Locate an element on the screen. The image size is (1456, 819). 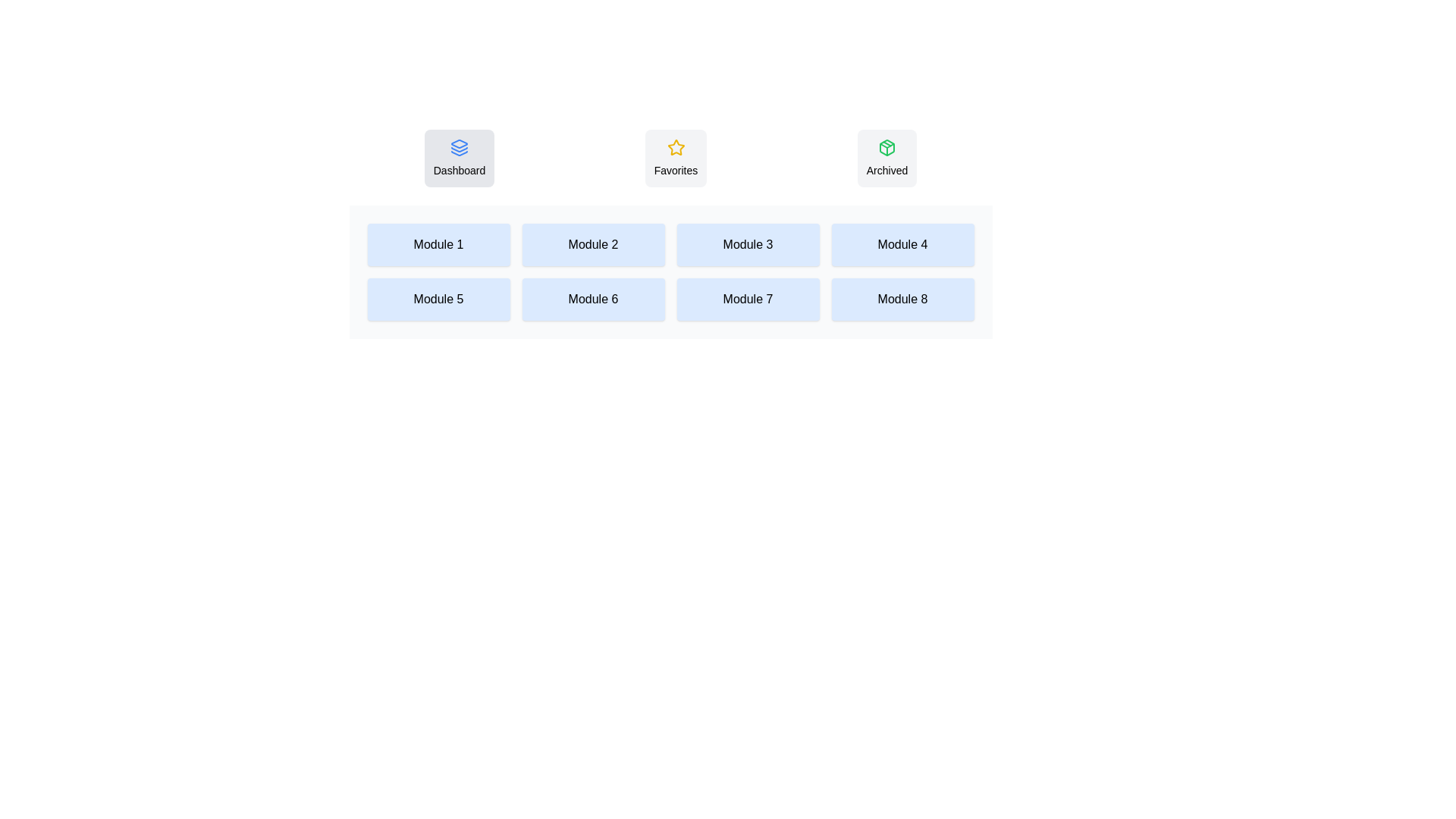
the Archived tab by clicking its button is located at coordinates (887, 158).